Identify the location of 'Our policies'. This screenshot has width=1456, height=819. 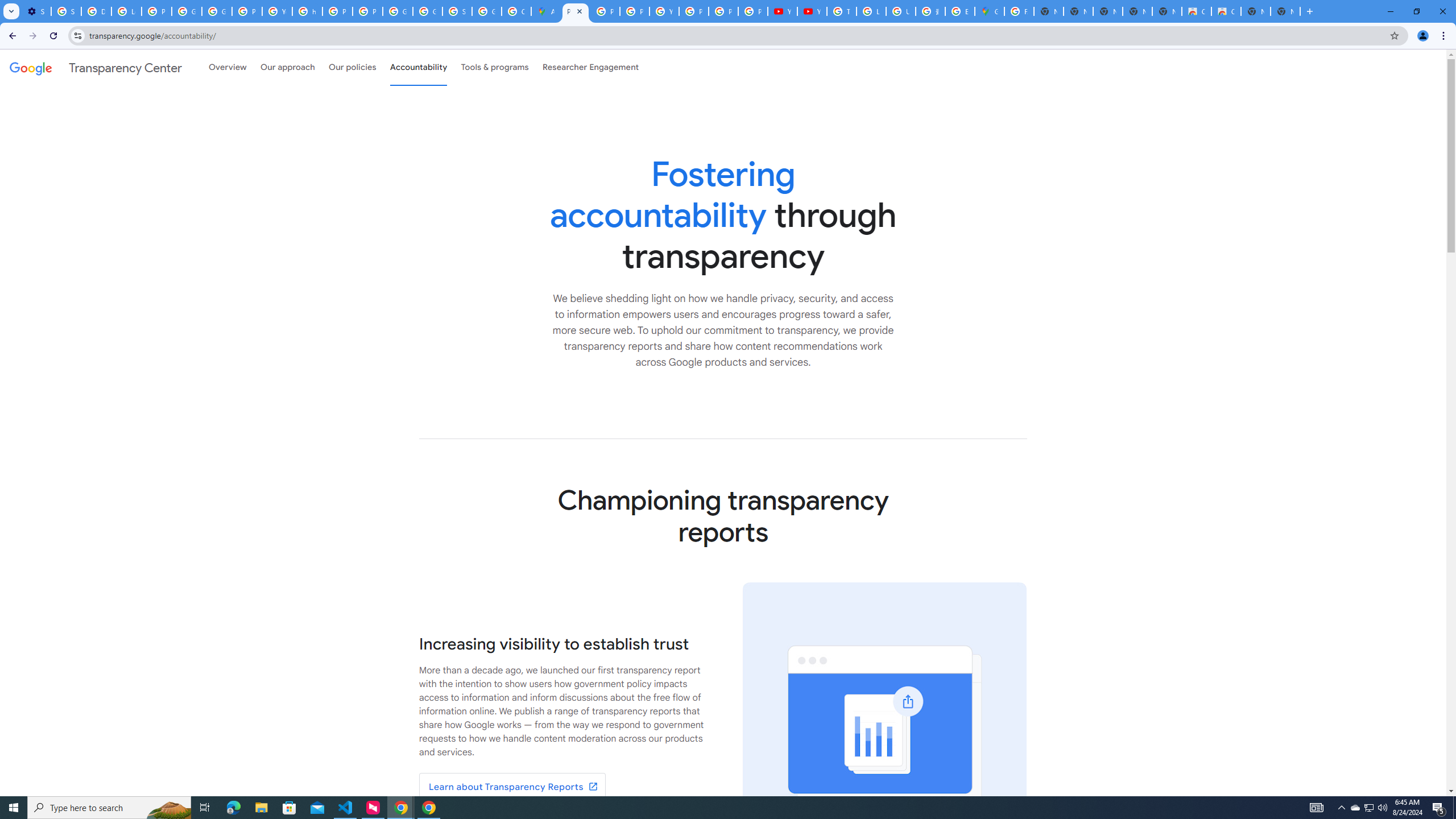
(352, 67).